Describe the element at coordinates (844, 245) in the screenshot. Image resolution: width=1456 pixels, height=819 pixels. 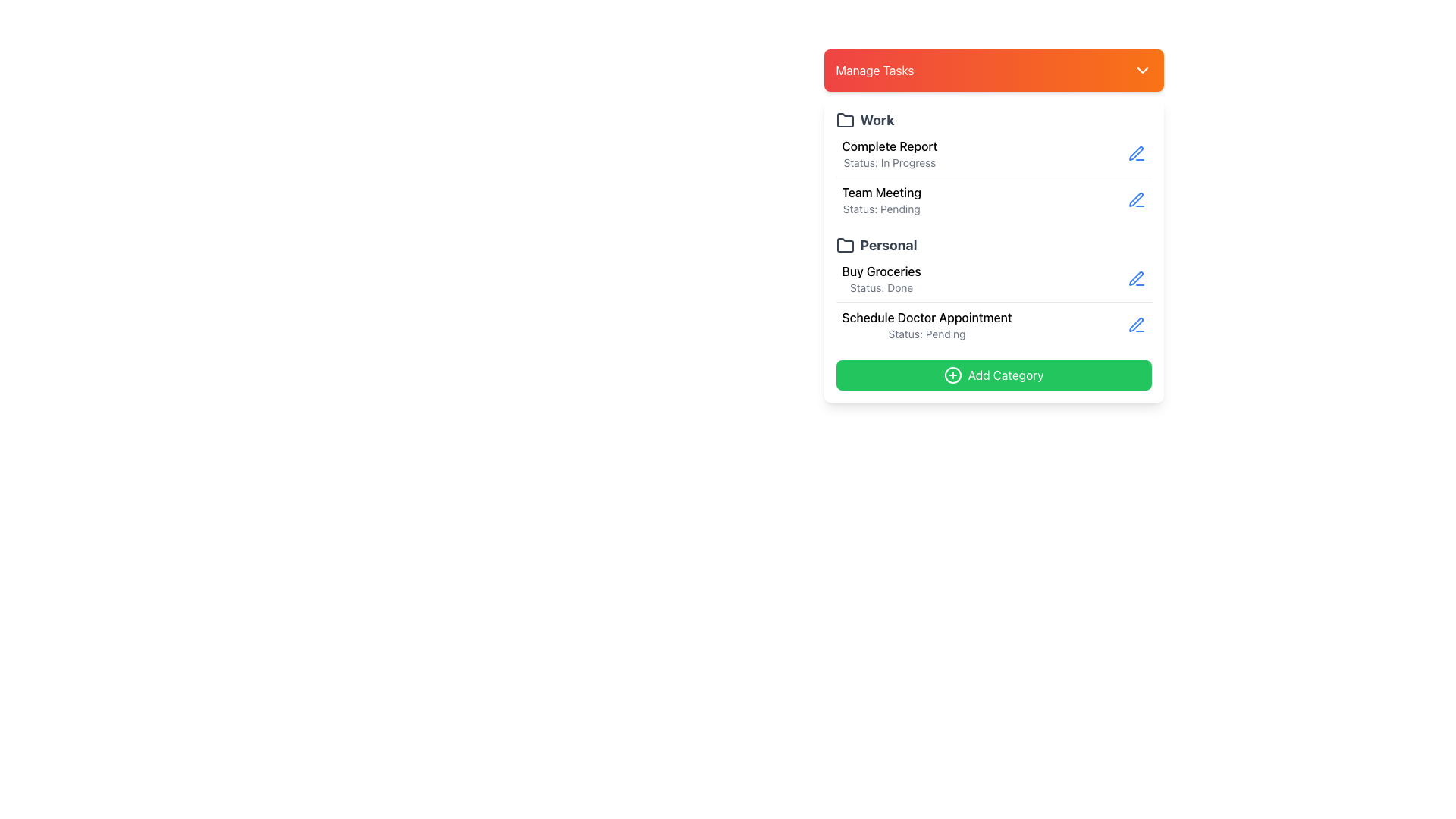
I see `the folder icon located to the left of the bold text 'Personal' in the 'Manage Tasks' panel` at that location.